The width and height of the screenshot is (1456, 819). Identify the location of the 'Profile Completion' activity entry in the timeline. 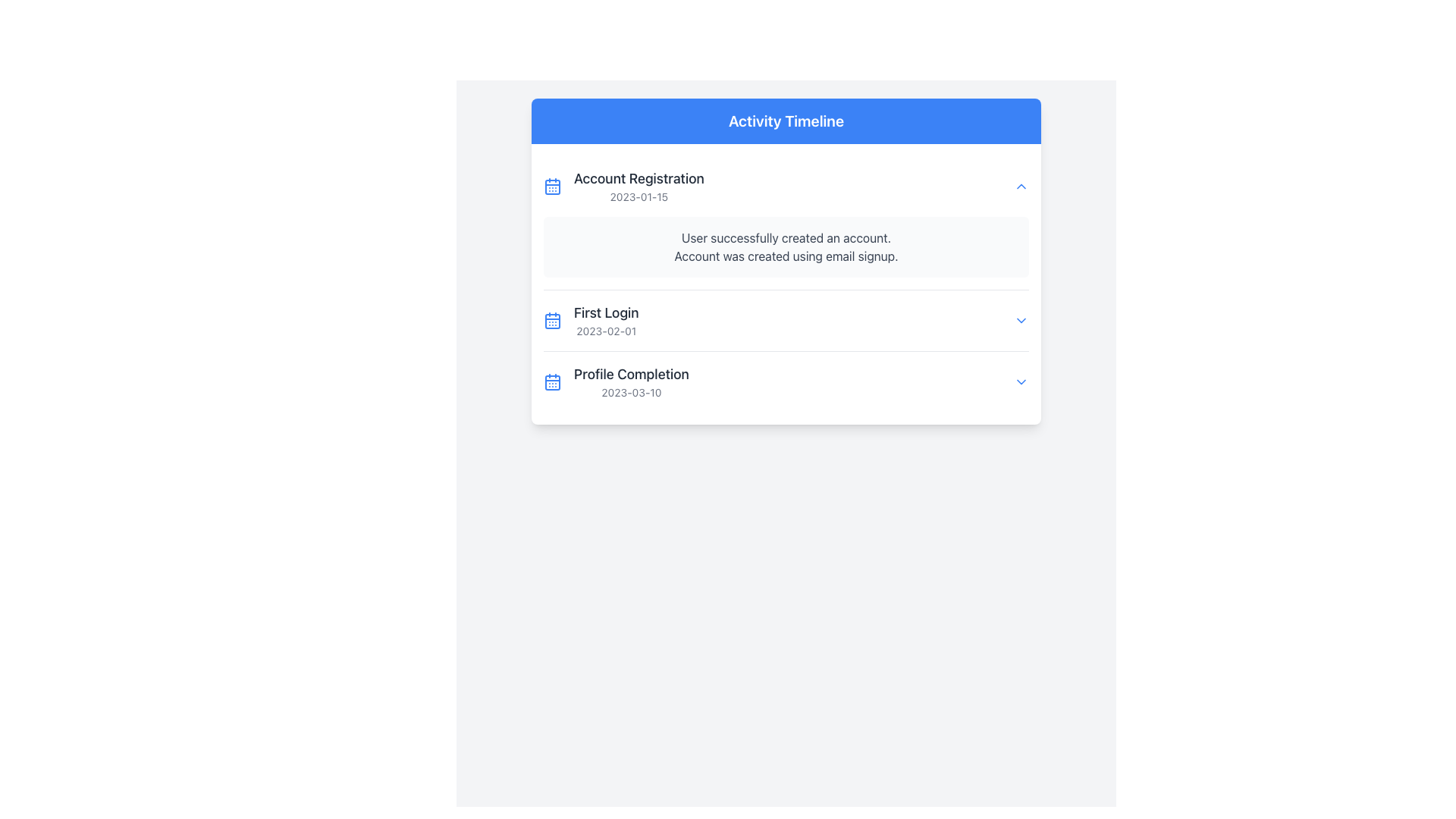
(616, 381).